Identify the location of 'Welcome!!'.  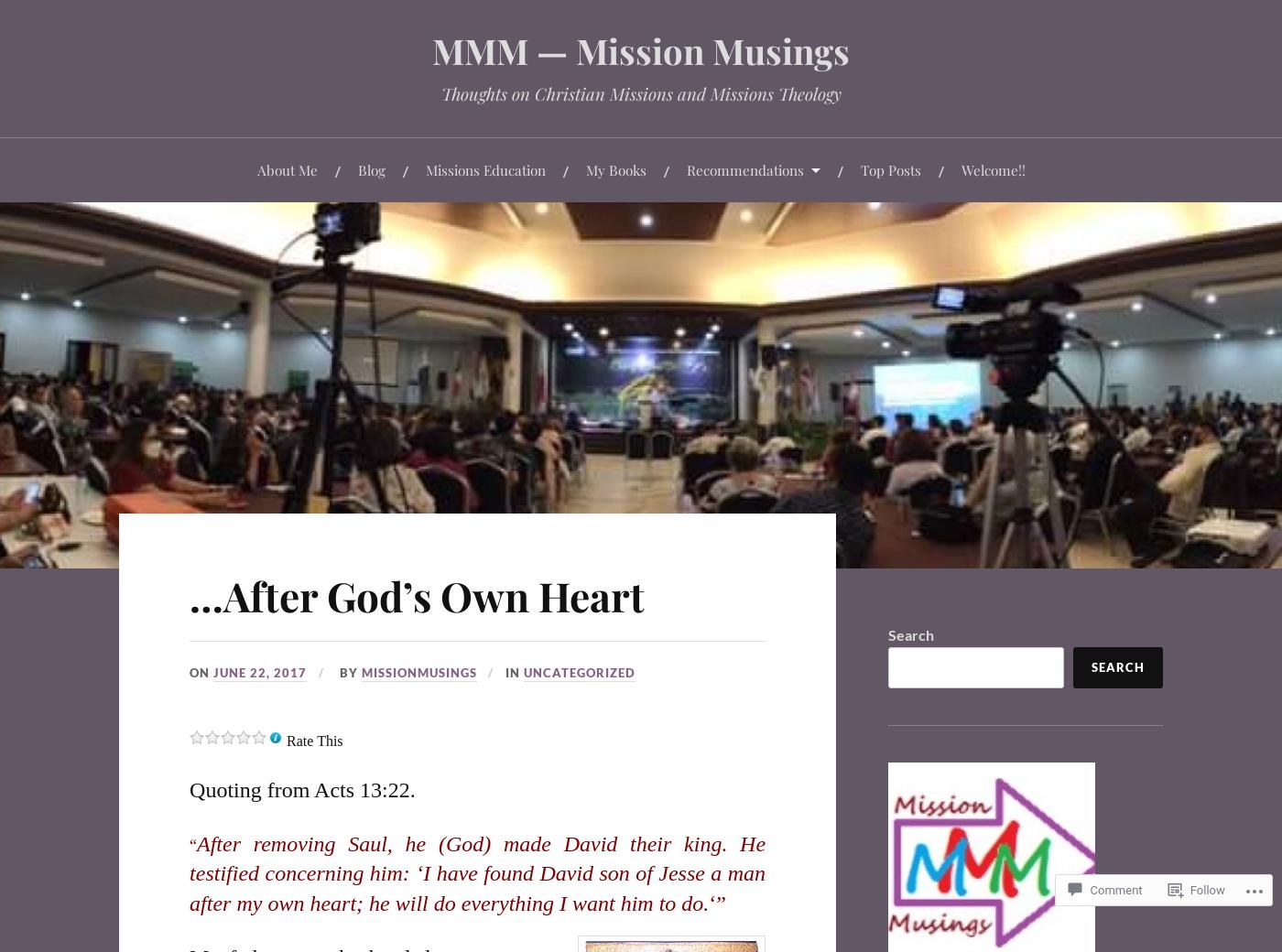
(993, 168).